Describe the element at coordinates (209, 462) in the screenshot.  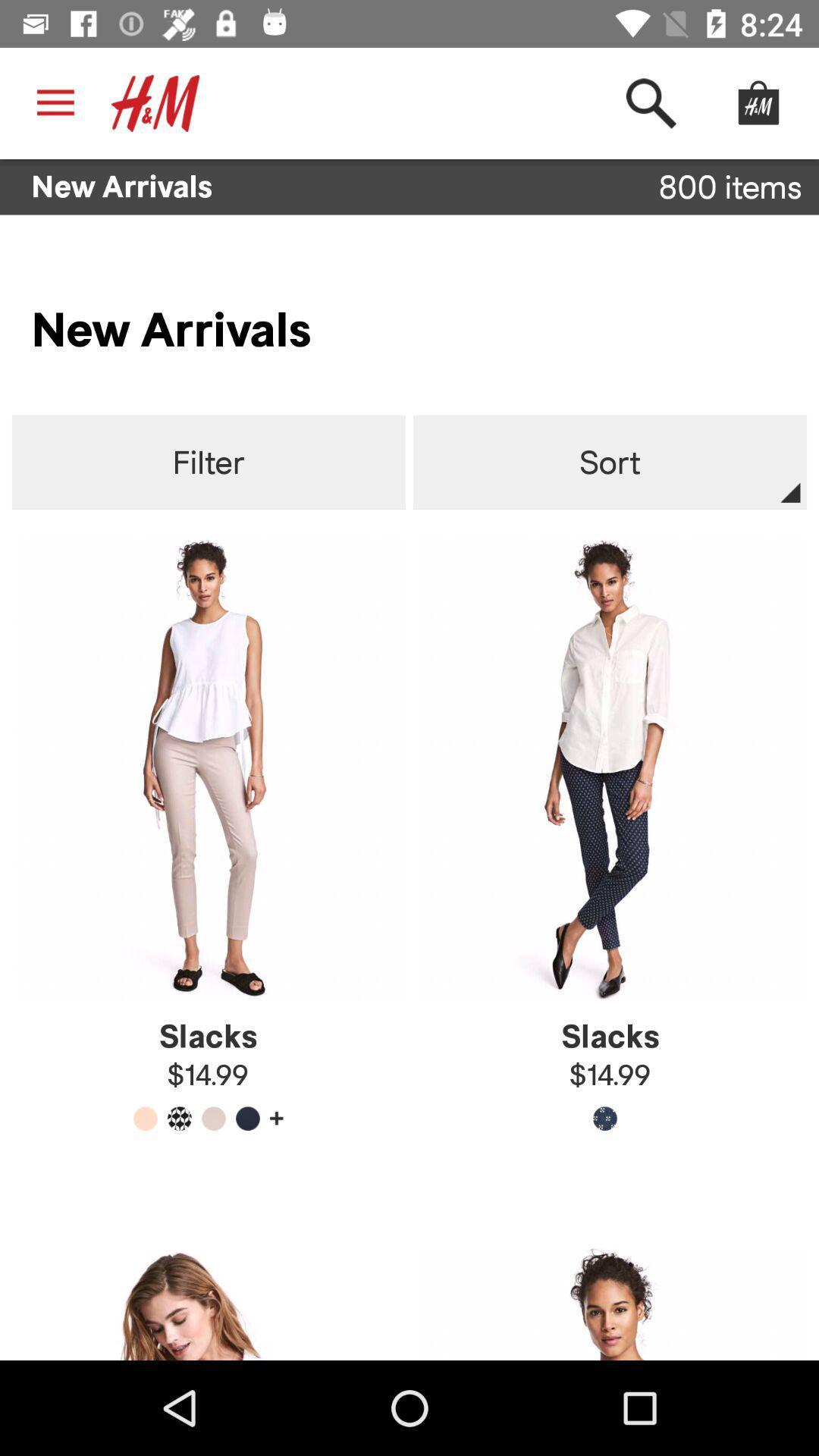
I see `the item to the left of the sort icon` at that location.